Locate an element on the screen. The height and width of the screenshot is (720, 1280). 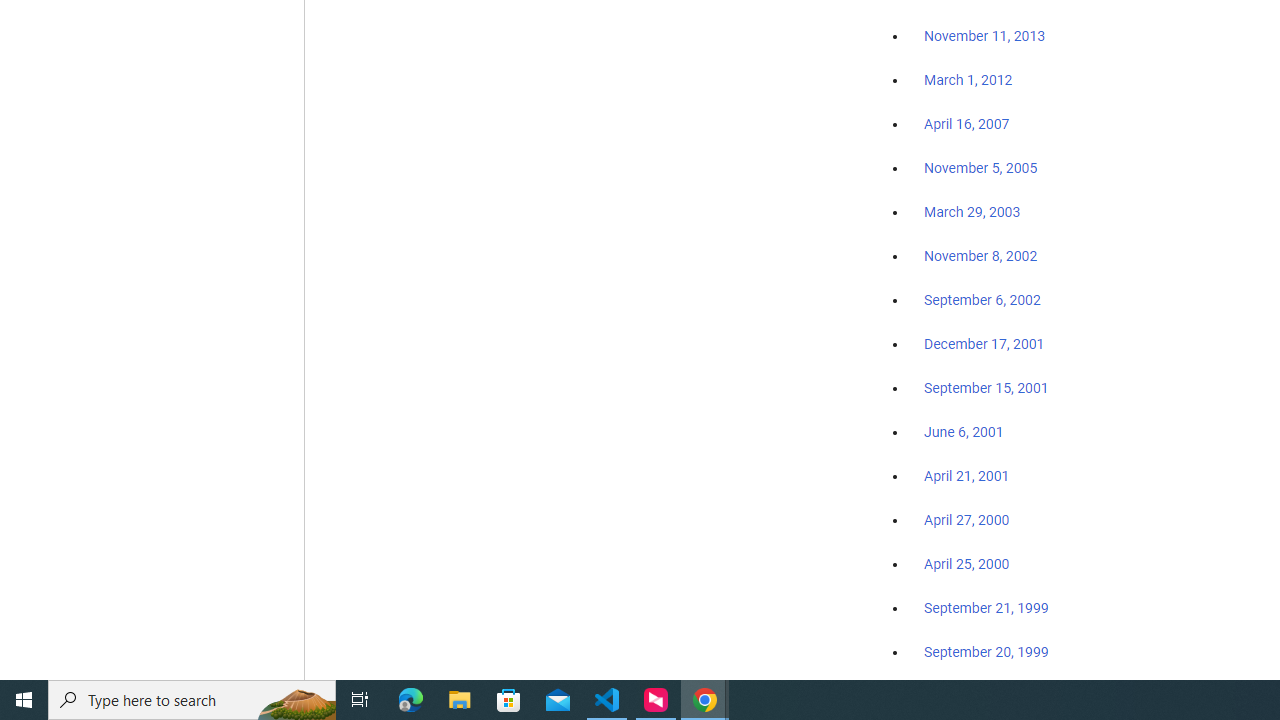
'September 6, 2002' is located at coordinates (982, 299).